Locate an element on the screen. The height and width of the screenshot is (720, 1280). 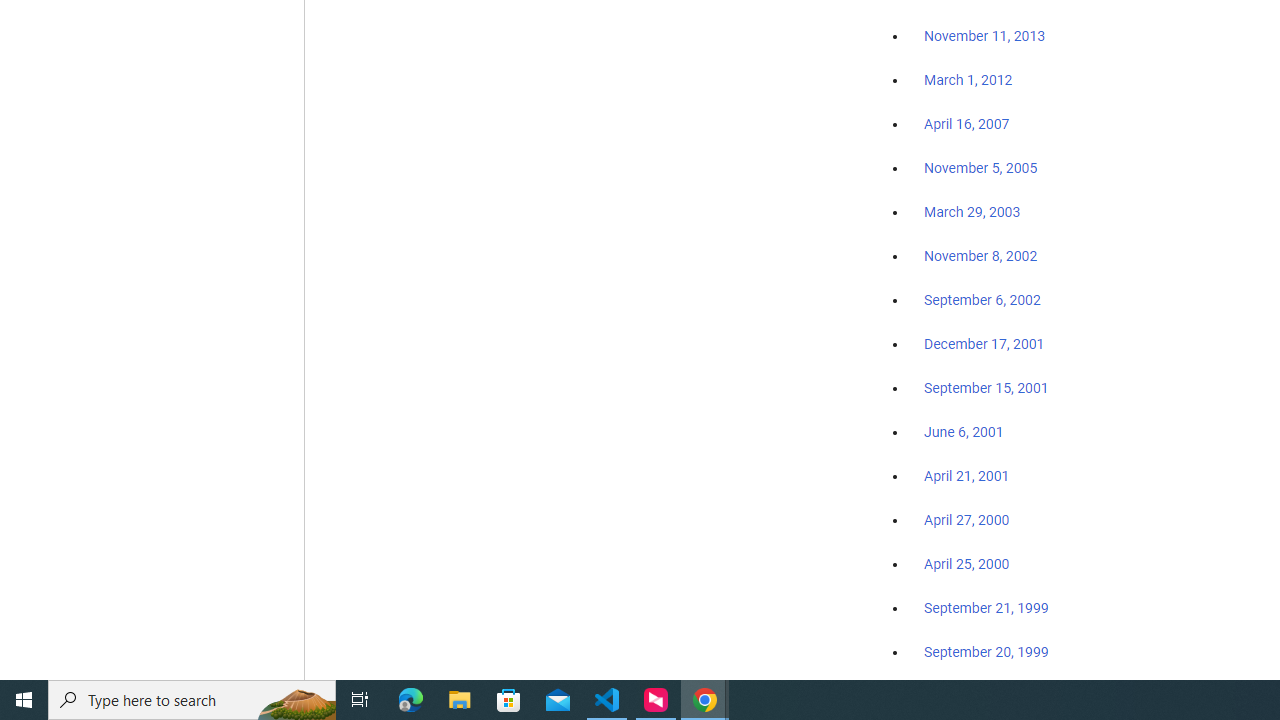
'September 6, 2002' is located at coordinates (982, 299).